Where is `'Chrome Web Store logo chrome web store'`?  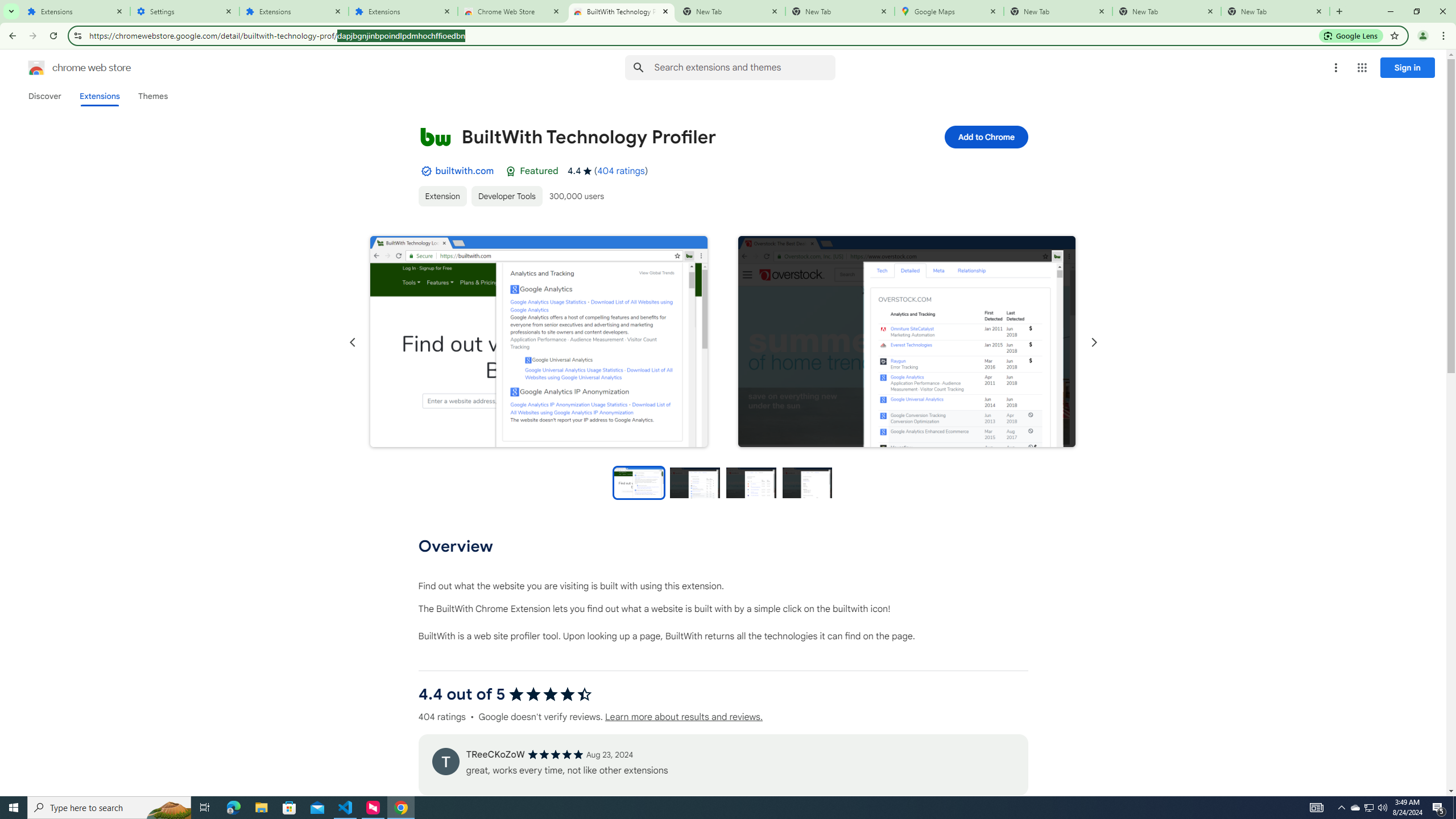 'Chrome Web Store logo chrome web store' is located at coordinates (67, 67).